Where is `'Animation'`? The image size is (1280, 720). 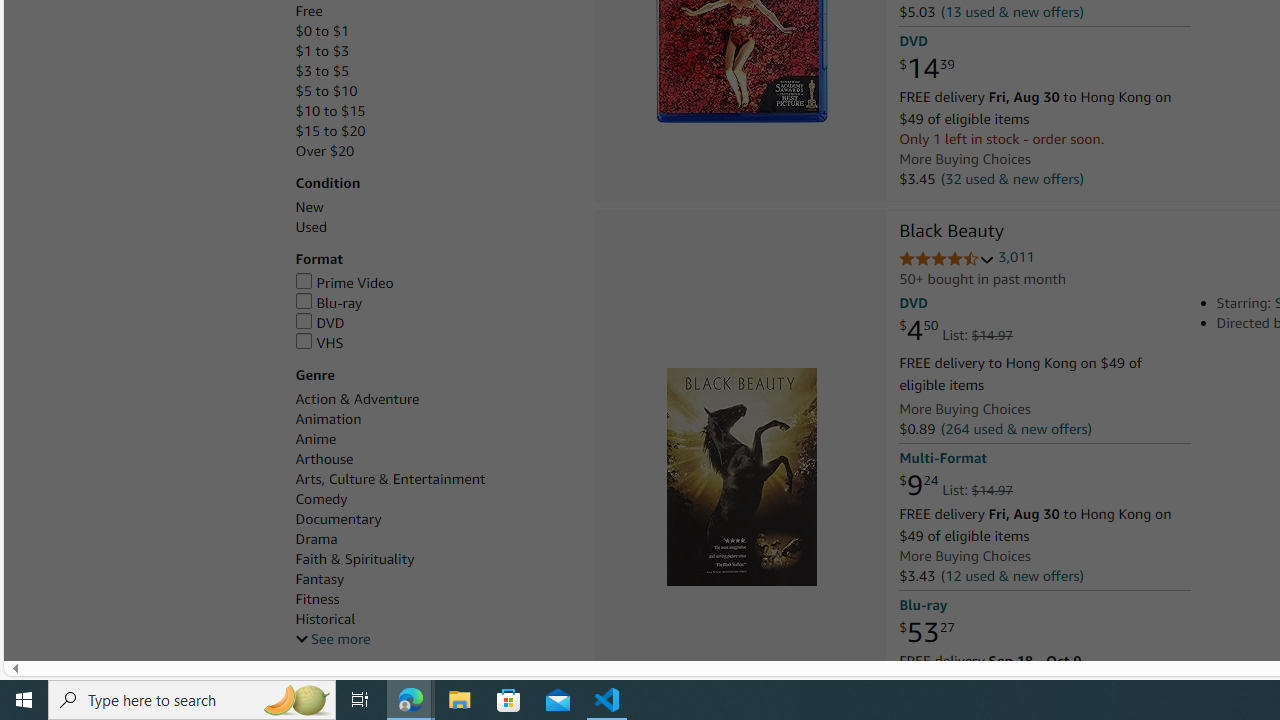 'Animation' is located at coordinates (328, 418).